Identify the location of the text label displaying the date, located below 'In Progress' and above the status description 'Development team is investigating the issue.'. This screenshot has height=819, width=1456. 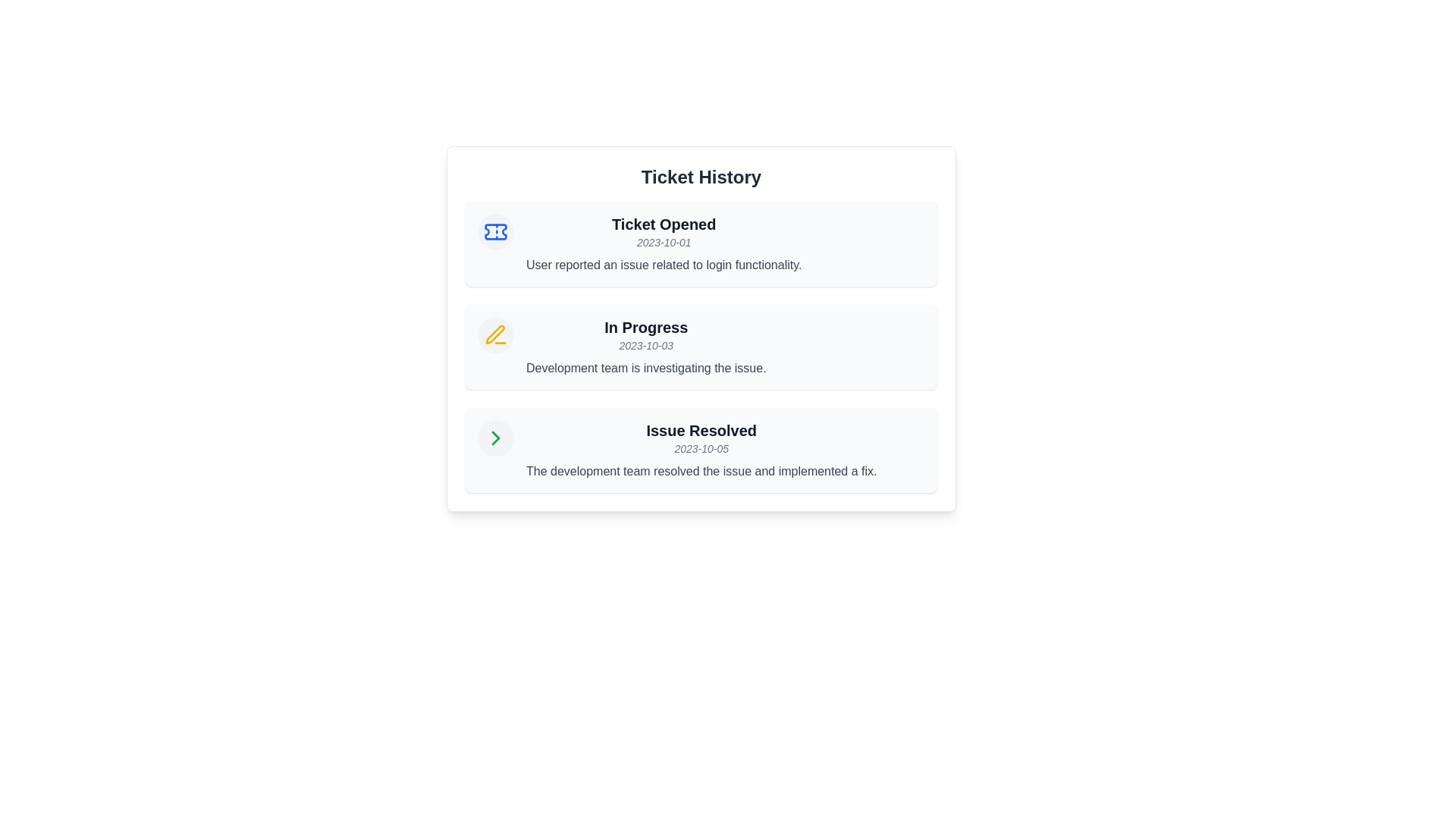
(646, 345).